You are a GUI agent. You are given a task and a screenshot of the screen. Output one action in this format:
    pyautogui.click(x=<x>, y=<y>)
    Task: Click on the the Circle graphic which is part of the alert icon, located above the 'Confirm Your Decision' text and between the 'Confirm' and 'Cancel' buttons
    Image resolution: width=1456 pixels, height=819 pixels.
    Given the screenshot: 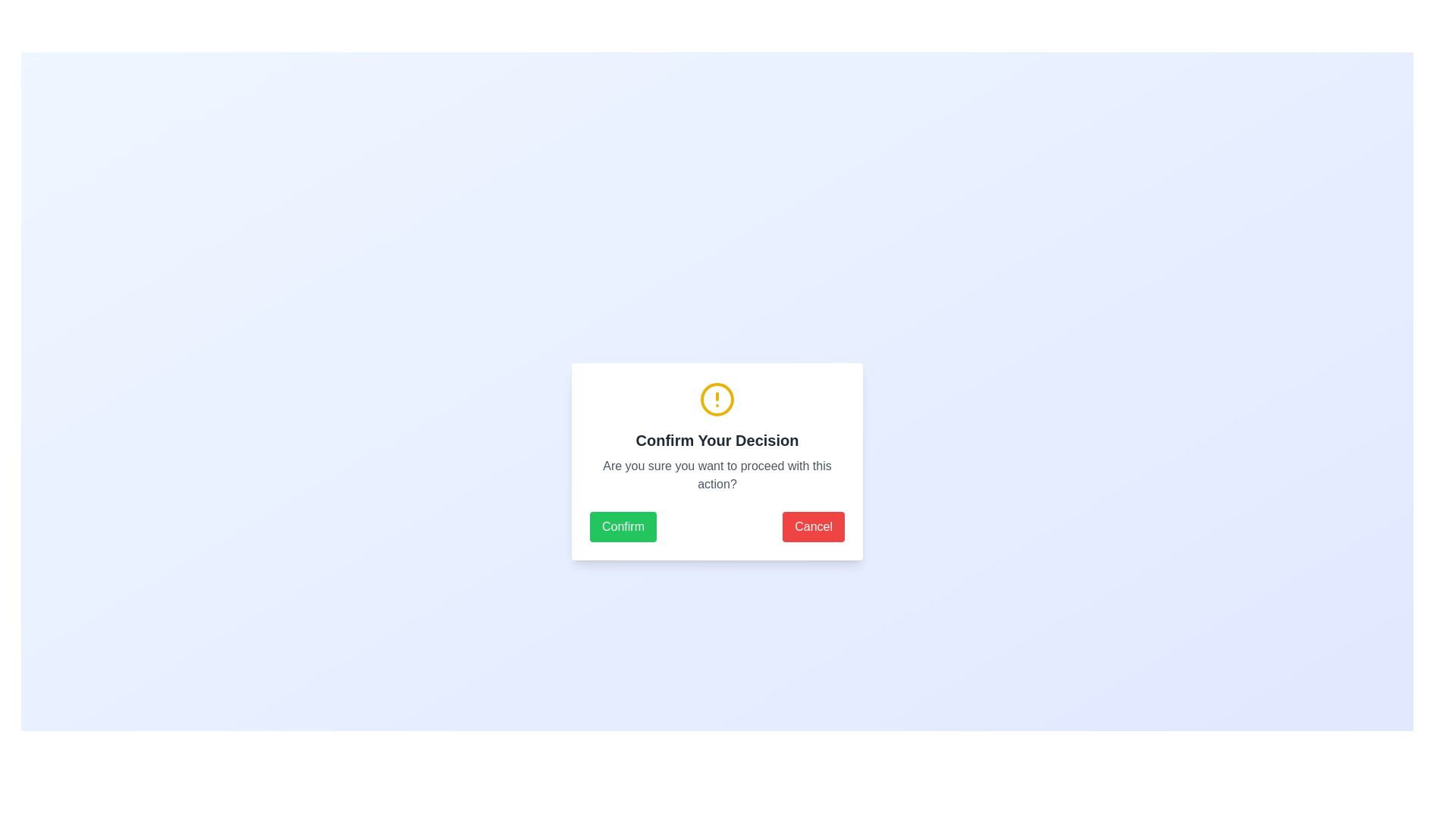 What is the action you would take?
    pyautogui.click(x=716, y=399)
    